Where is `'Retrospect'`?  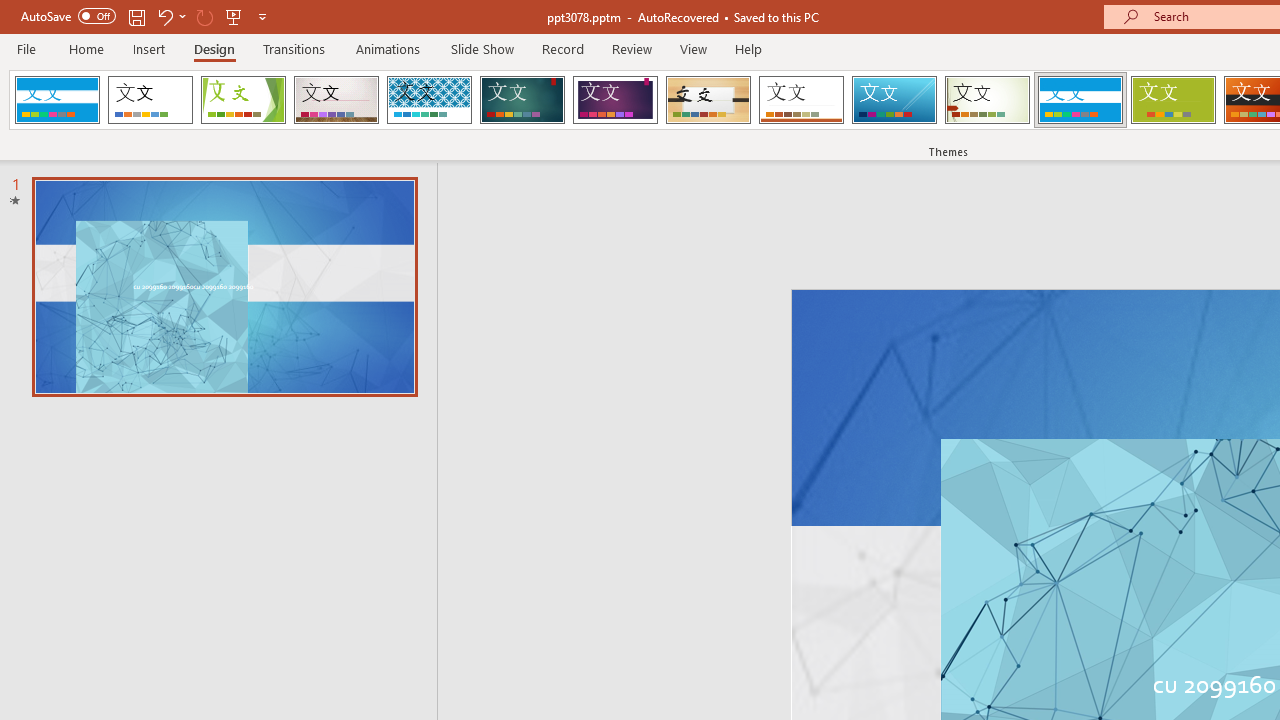
'Retrospect' is located at coordinates (801, 100).